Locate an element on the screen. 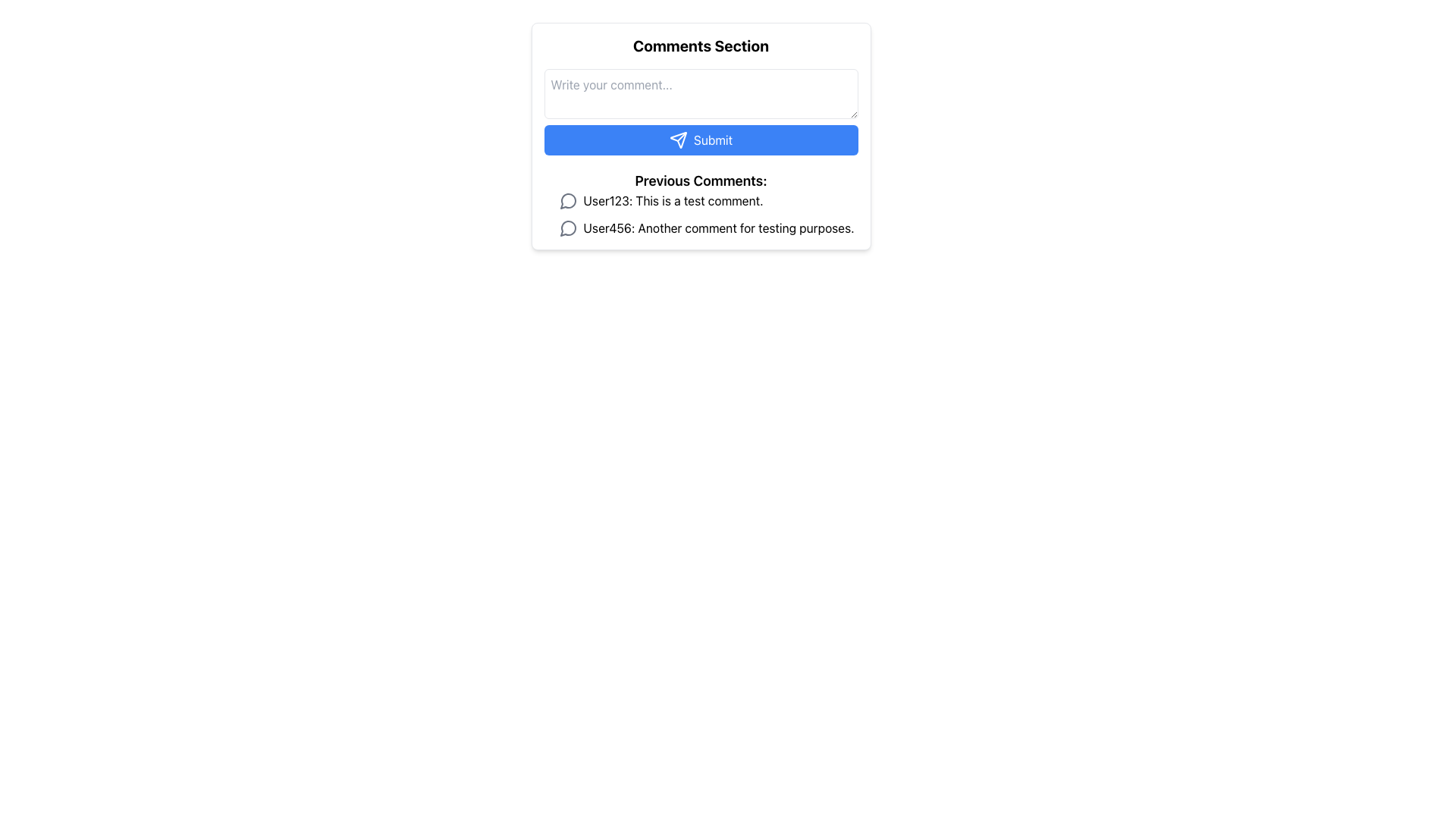 The width and height of the screenshot is (1456, 819). the blue rectangular 'Submit' button with rounded corners that contains a paper airplane icon and the text 'Submit', located in the comments section below the text input field is located at coordinates (700, 136).